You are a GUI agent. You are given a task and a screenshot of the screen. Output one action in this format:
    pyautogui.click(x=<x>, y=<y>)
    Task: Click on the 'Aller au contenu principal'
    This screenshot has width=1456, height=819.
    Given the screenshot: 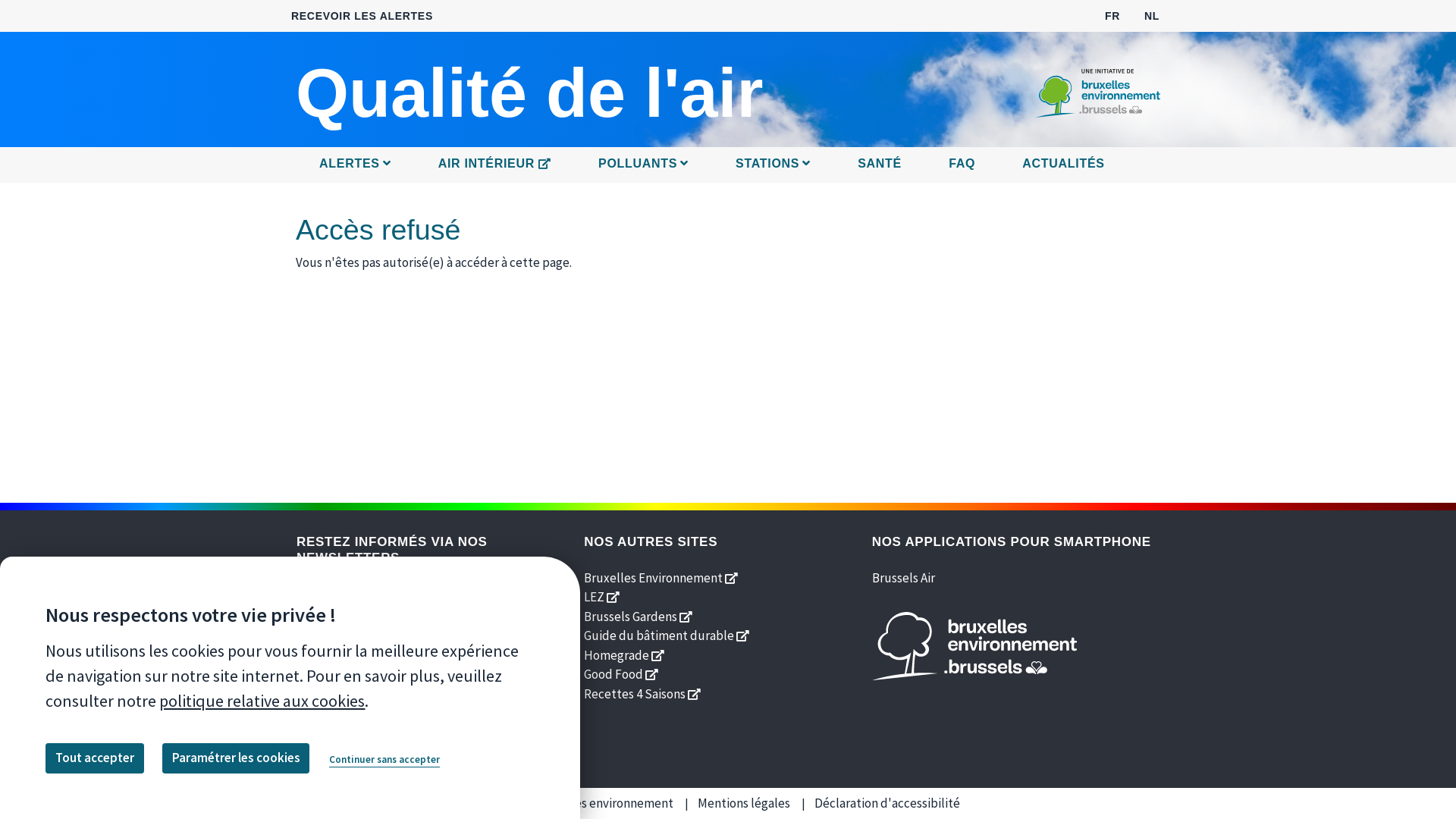 What is the action you would take?
    pyautogui.click(x=728, y=1)
    